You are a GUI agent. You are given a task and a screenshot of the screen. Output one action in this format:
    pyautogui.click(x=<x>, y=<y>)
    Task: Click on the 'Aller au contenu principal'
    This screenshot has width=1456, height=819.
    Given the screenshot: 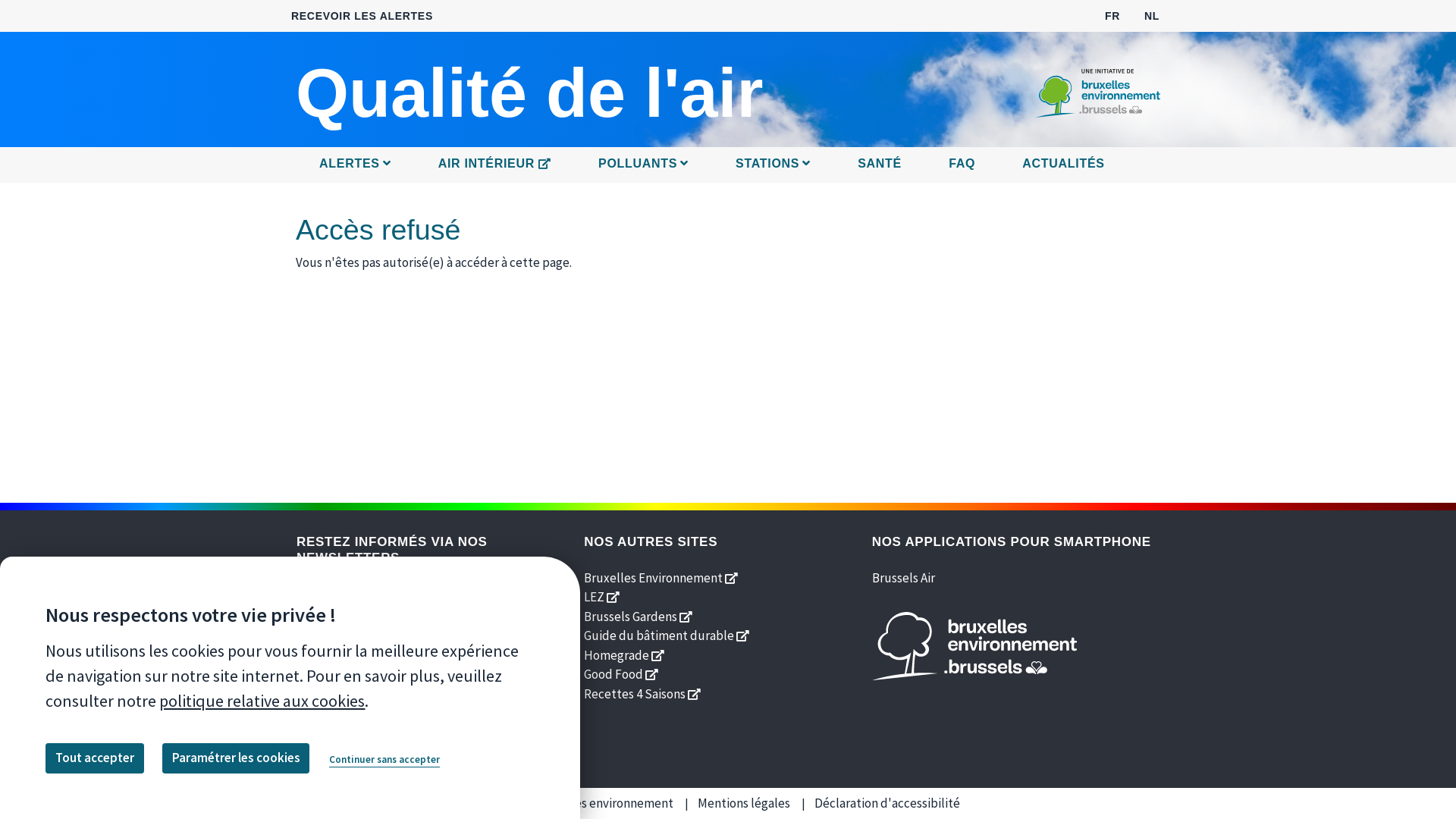 What is the action you would take?
    pyautogui.click(x=728, y=1)
    